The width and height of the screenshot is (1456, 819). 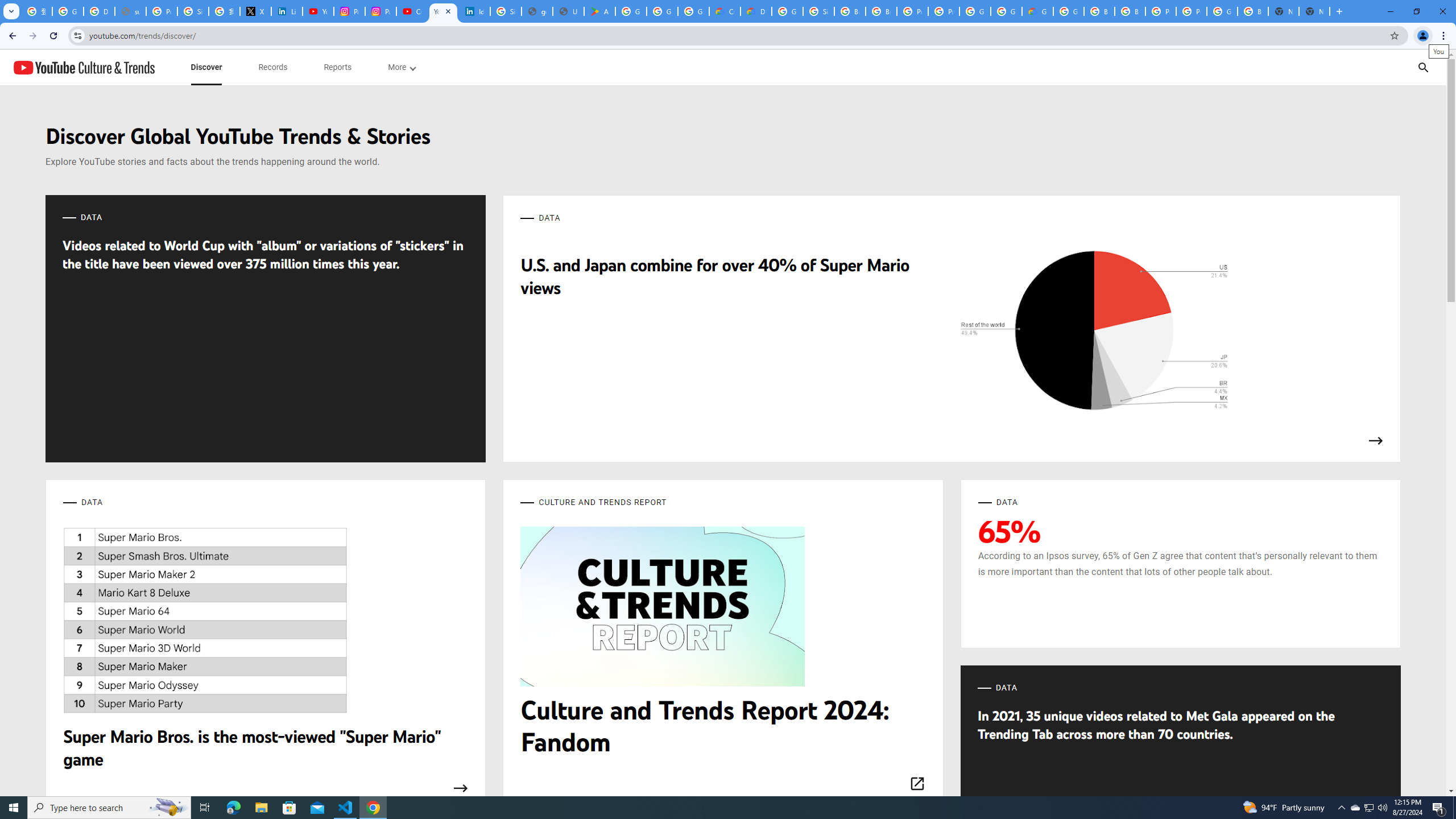 What do you see at coordinates (162, 11) in the screenshot?
I see `'Privacy Help Center - Policies Help'` at bounding box center [162, 11].